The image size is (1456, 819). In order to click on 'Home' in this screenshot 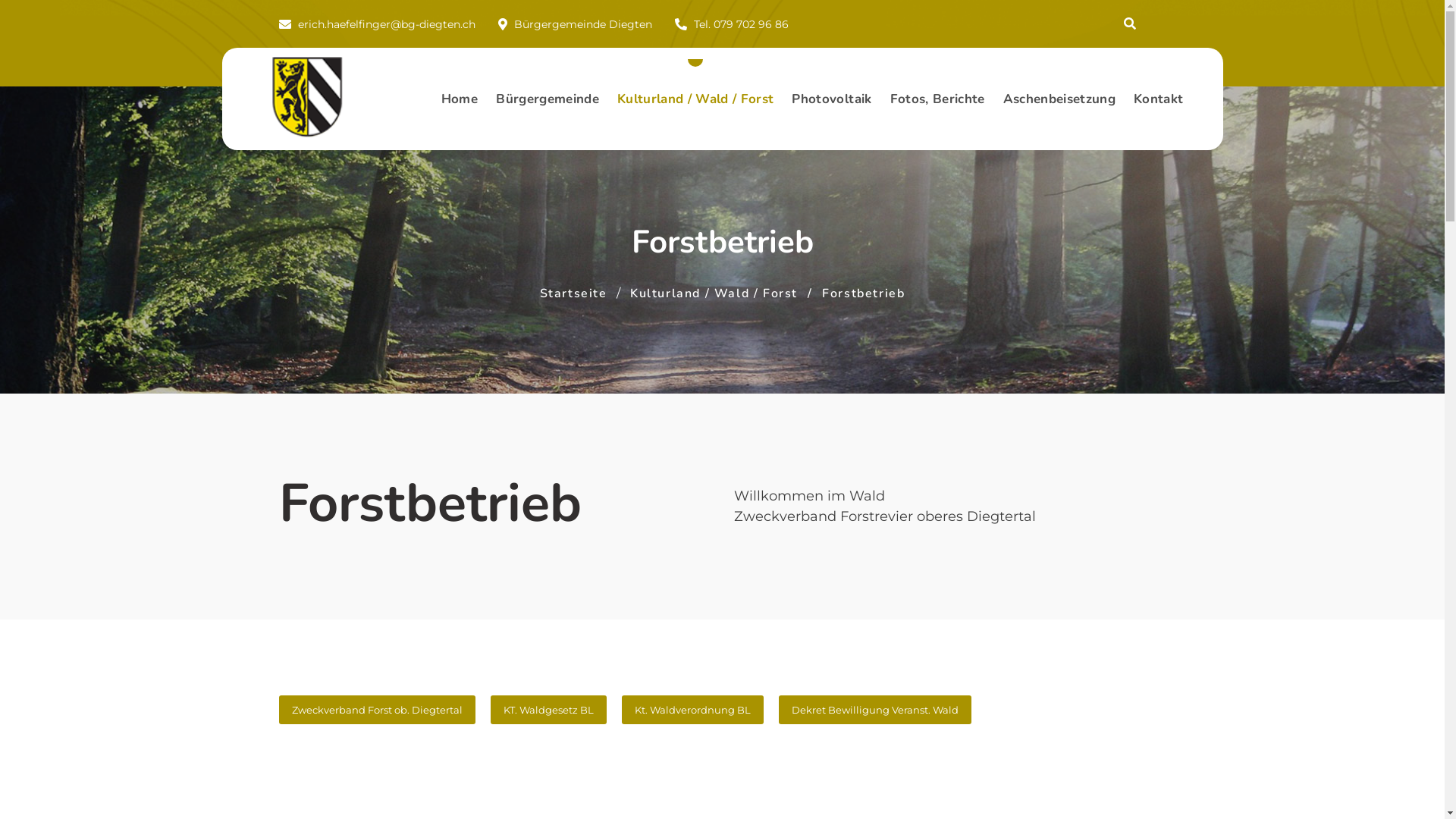, I will do `click(431, 99)`.